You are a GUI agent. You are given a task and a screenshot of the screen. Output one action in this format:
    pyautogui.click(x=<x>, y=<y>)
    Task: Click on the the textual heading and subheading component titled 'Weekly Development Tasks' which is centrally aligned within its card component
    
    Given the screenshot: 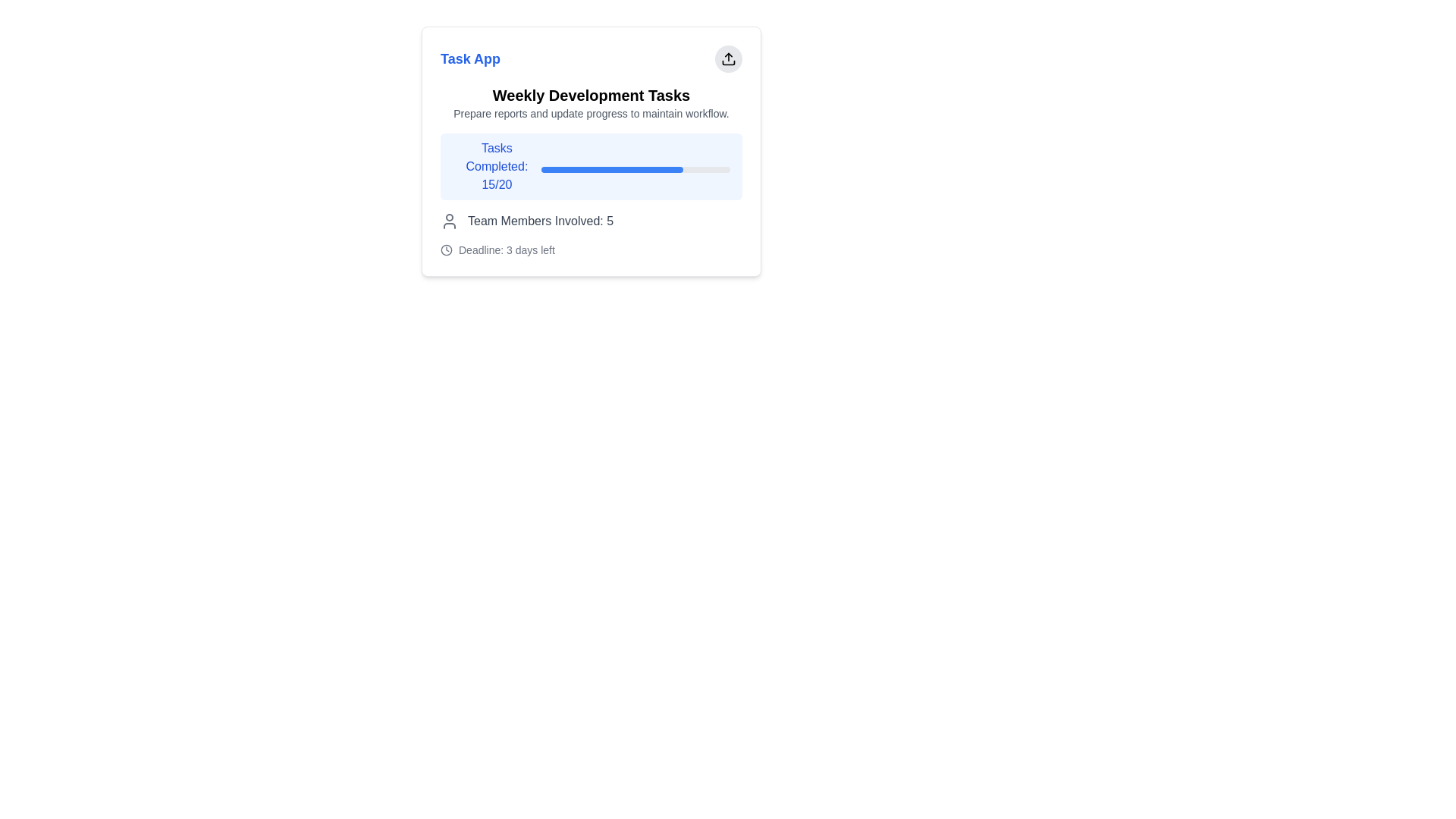 What is the action you would take?
    pyautogui.click(x=590, y=102)
    